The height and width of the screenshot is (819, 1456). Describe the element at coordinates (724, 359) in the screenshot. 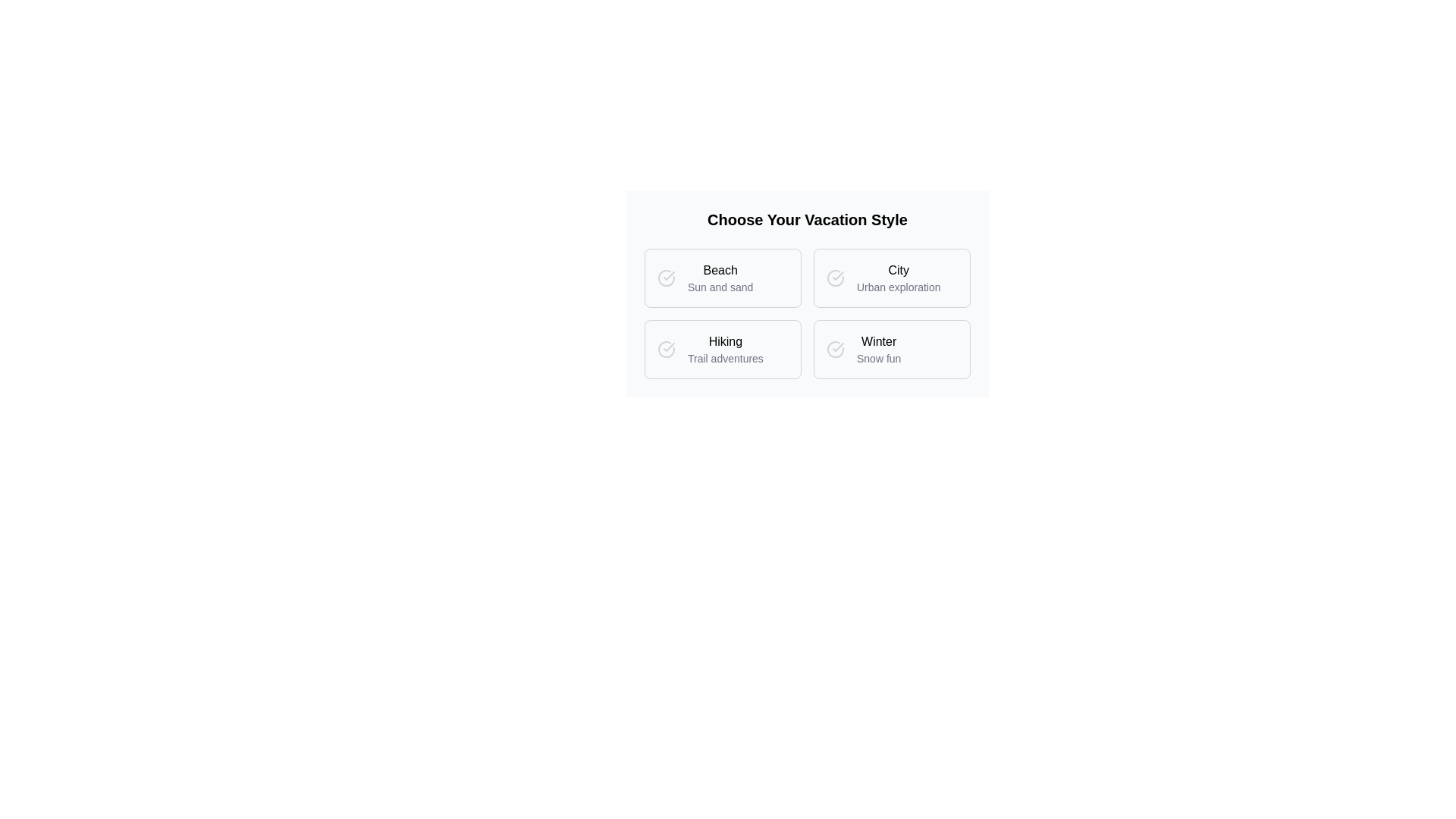

I see `the text label reading 'Trail adventures', which is styled in gray and positioned below the bold label 'Hiking' in the selection panel` at that location.